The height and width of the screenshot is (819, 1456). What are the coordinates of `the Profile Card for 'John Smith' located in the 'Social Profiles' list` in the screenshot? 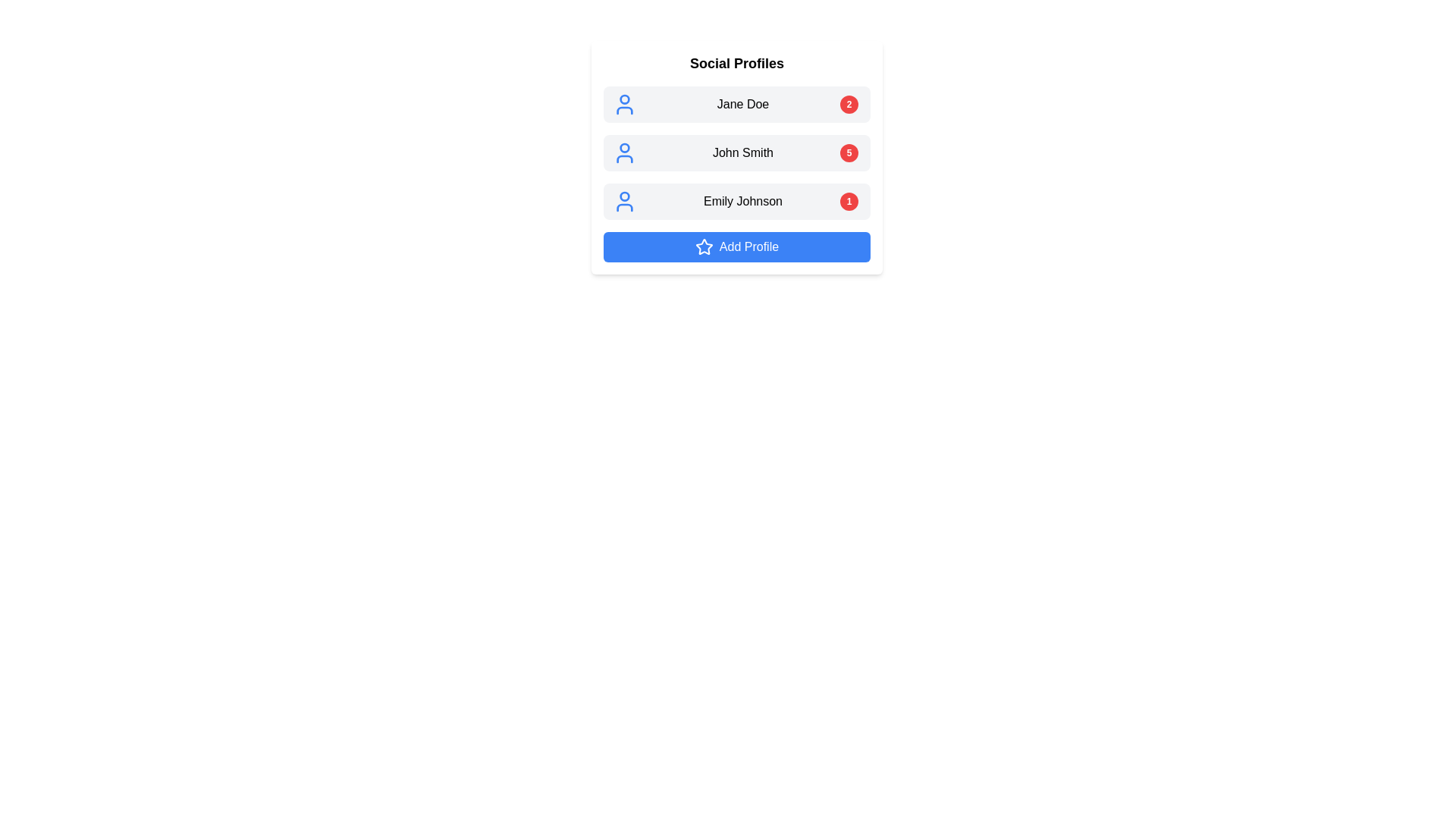 It's located at (736, 152).